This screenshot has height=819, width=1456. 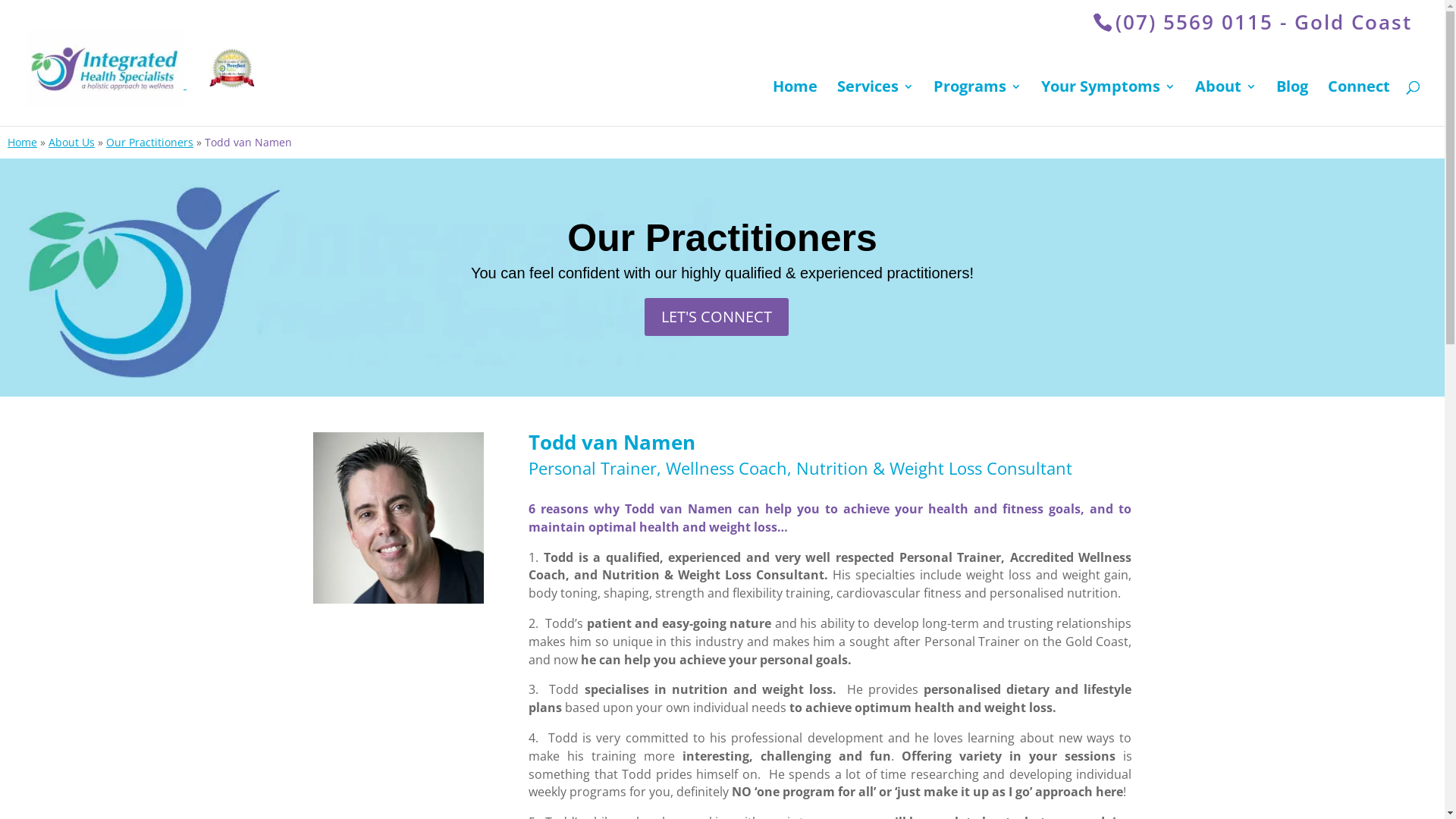 What do you see at coordinates (397, 516) in the screenshot?
I see `'Todd van Namen - Integrated Health Specialists'` at bounding box center [397, 516].